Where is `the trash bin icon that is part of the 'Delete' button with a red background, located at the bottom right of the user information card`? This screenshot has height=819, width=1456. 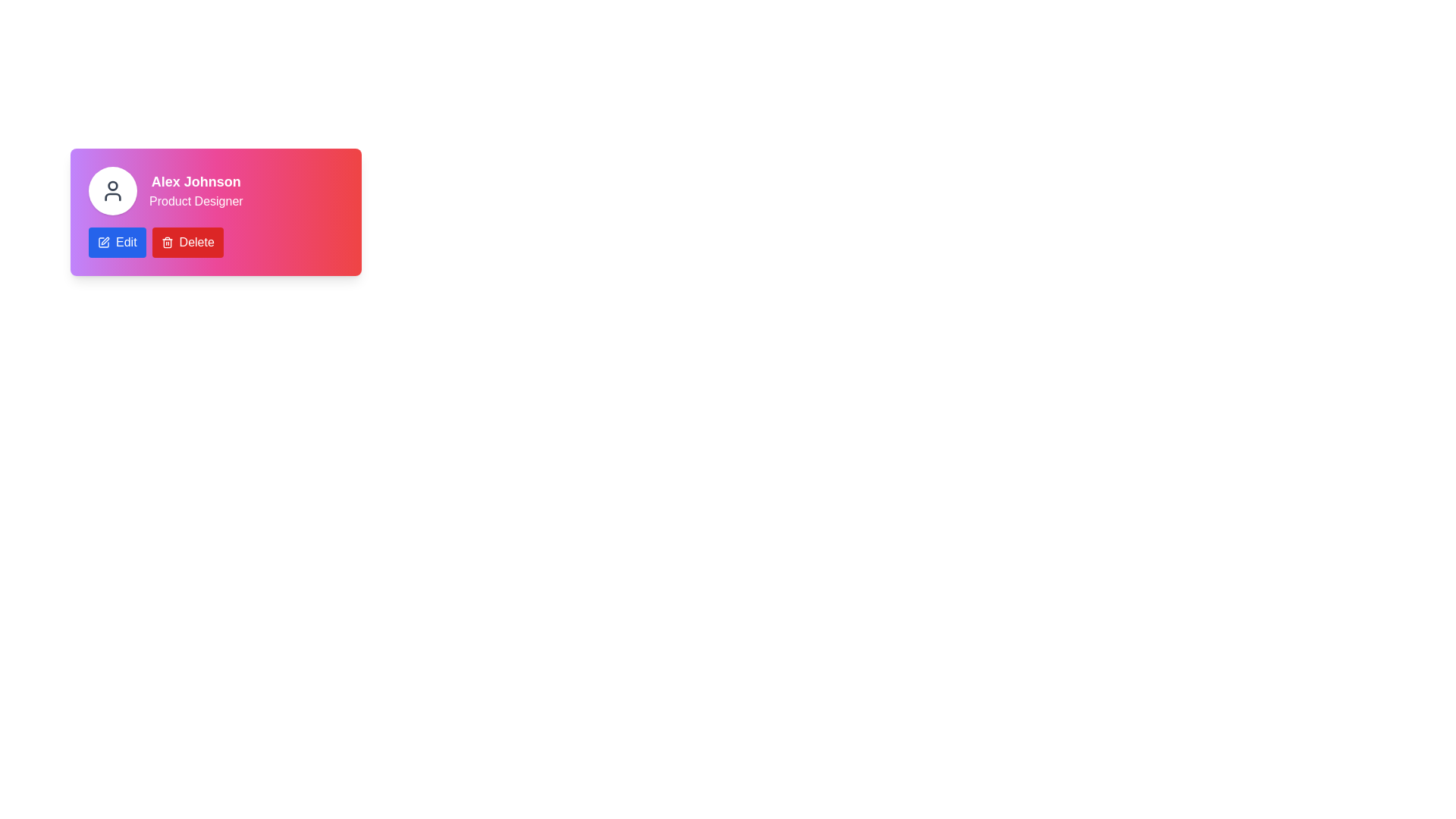 the trash bin icon that is part of the 'Delete' button with a red background, located at the bottom right of the user information card is located at coordinates (167, 242).